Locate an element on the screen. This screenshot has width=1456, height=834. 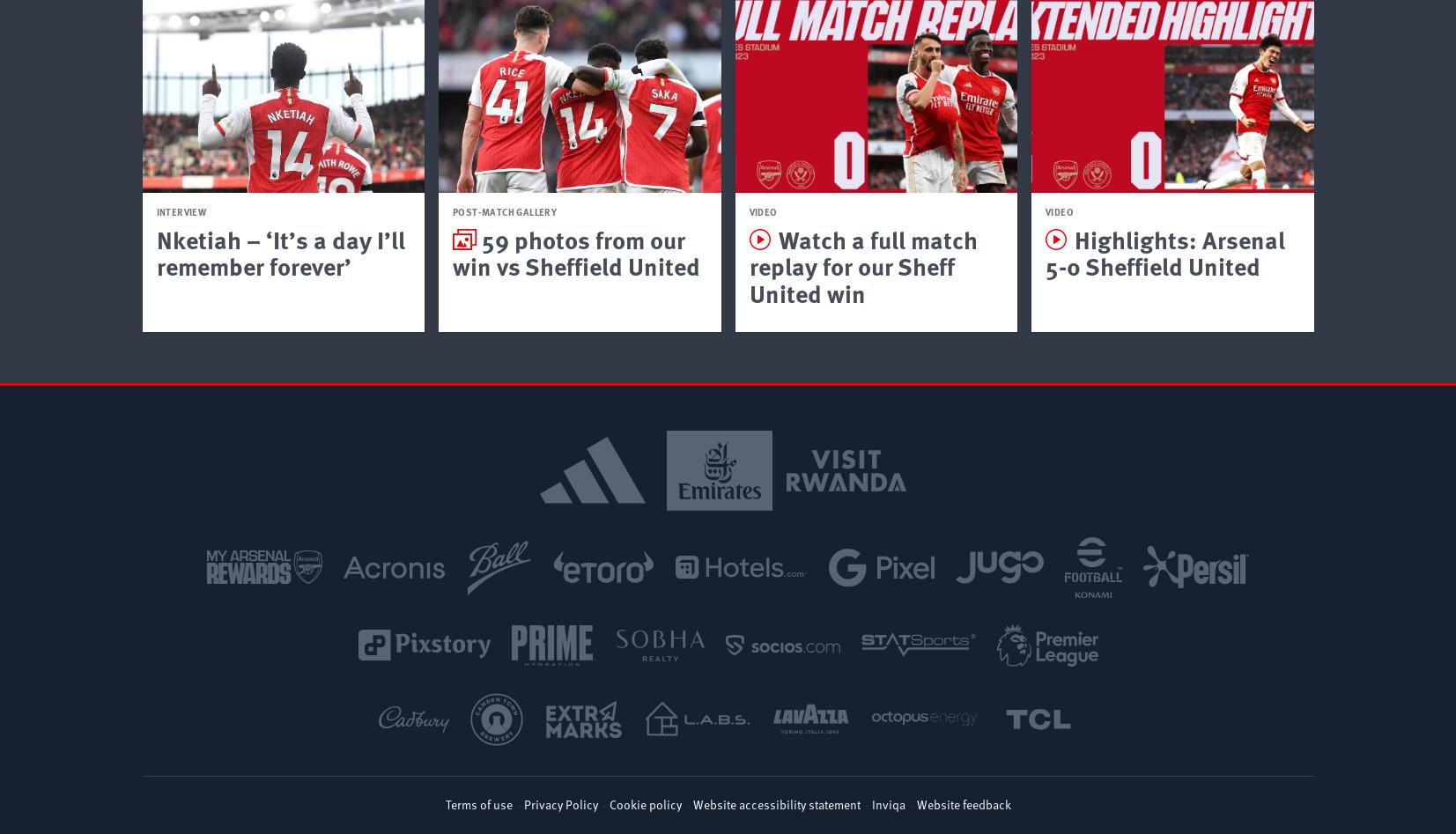
'Watch a full match replay for our Sheff United win' is located at coordinates (862, 264).